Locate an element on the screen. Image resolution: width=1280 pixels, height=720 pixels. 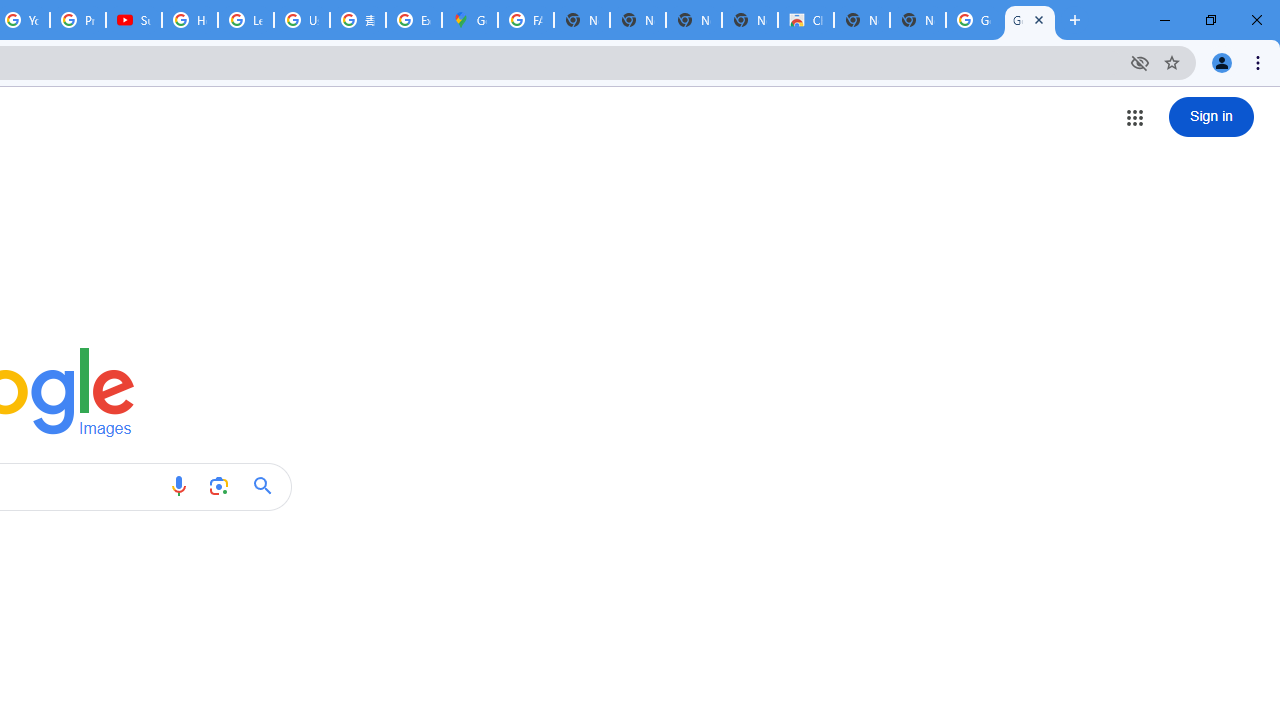
'Chrome Web Store' is located at coordinates (806, 20).